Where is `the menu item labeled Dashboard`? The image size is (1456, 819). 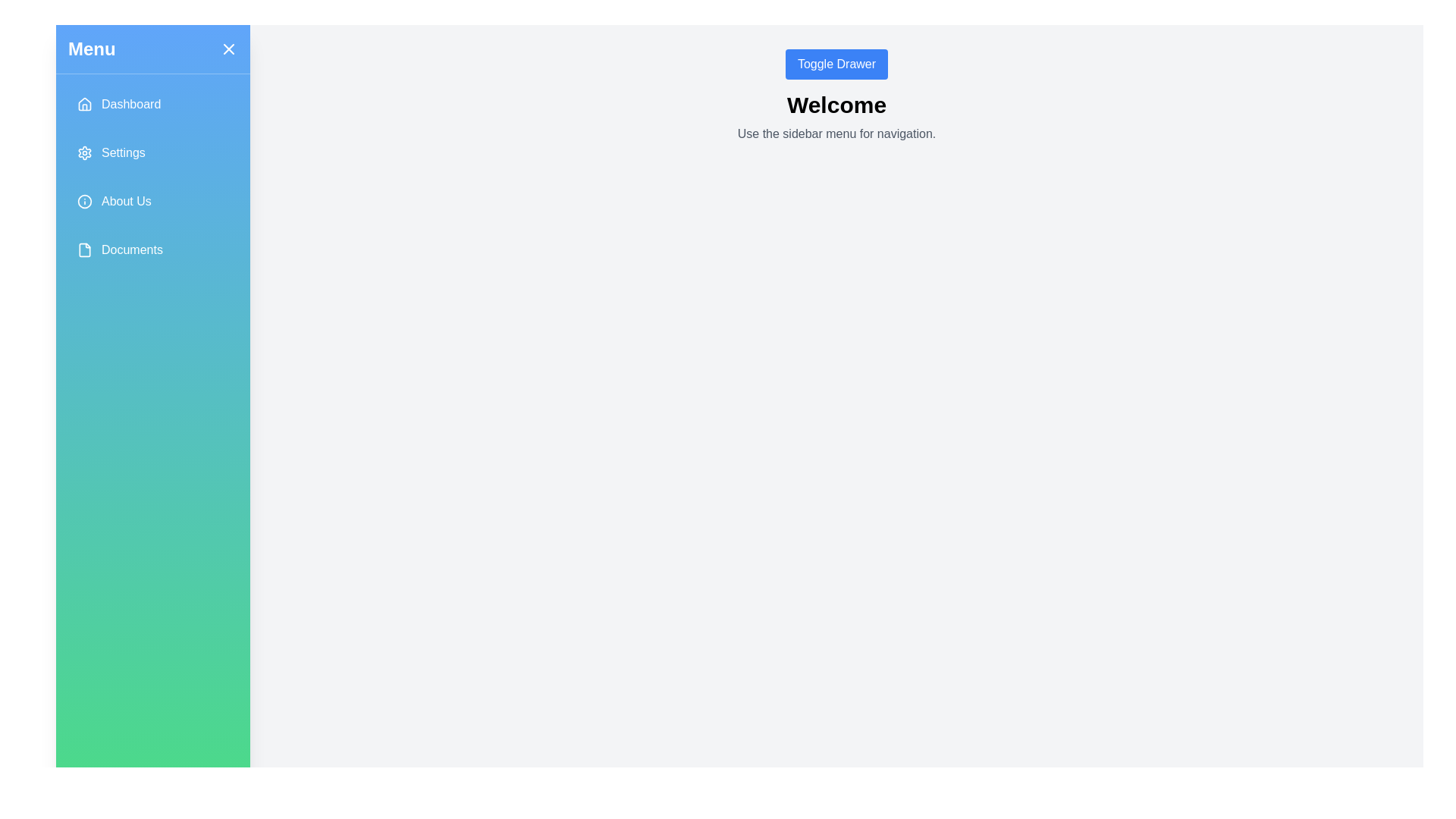
the menu item labeled Dashboard is located at coordinates (152, 104).